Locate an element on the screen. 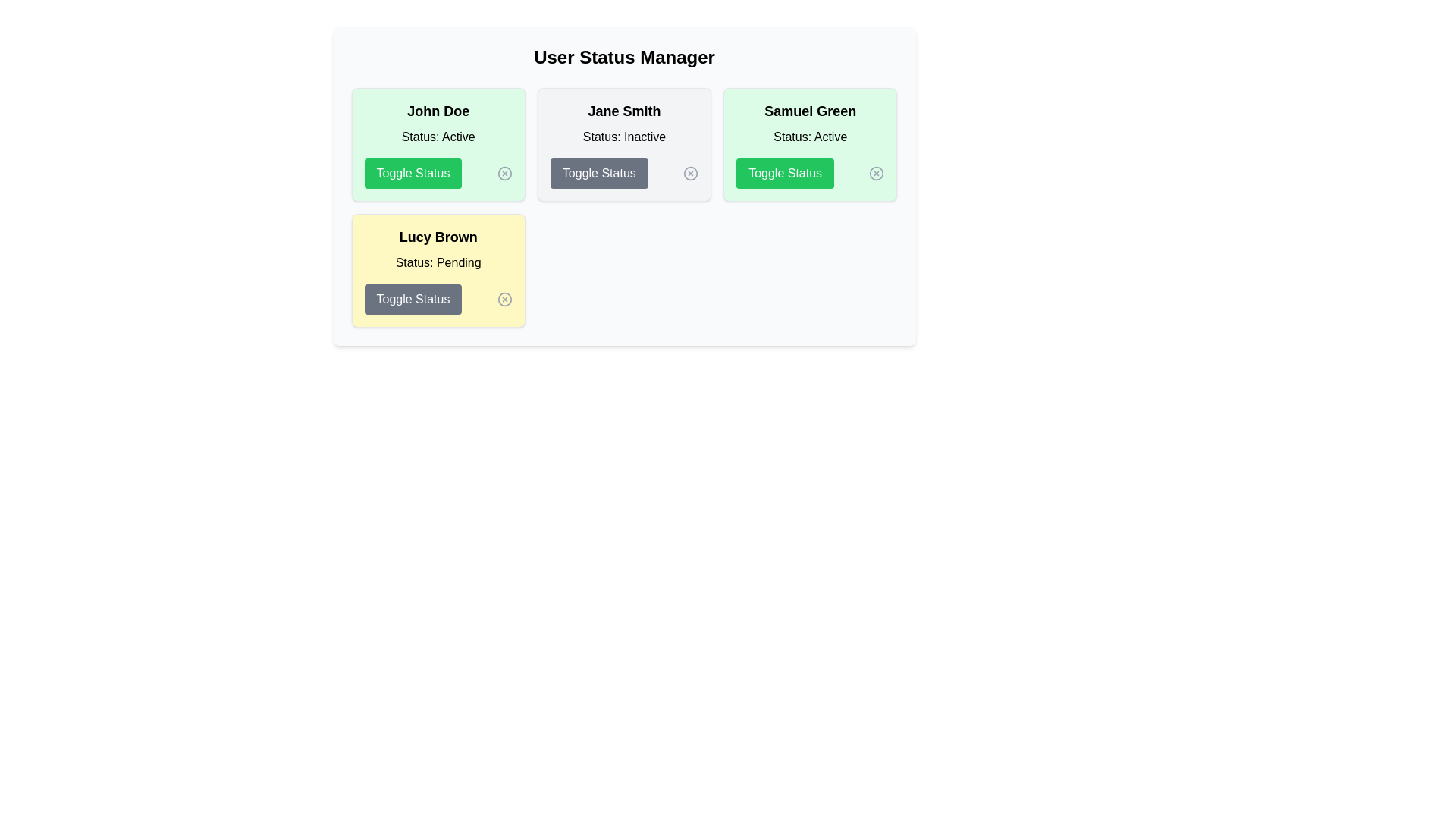 The width and height of the screenshot is (1456, 819). the 'XCircle' icon next to the user Samuel Green is located at coordinates (877, 172).